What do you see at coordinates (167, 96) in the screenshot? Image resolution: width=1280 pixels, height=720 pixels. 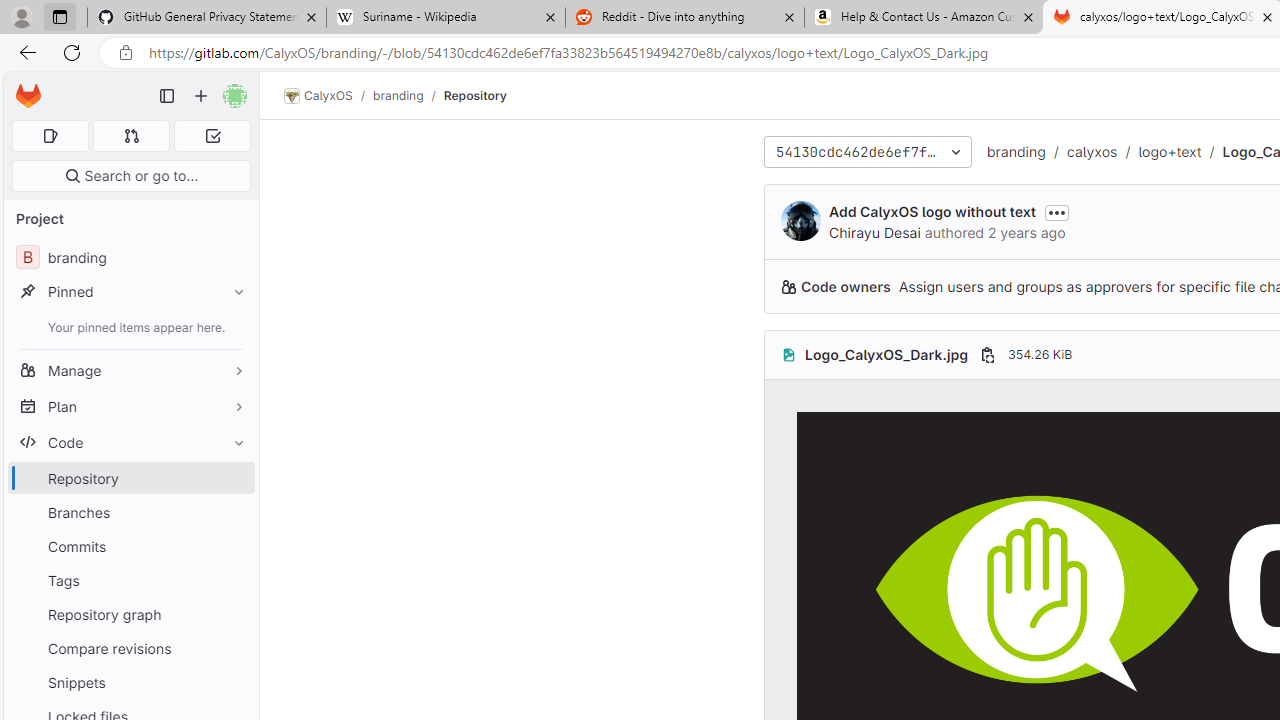 I see `'Primary navigation sidebar'` at bounding box center [167, 96].